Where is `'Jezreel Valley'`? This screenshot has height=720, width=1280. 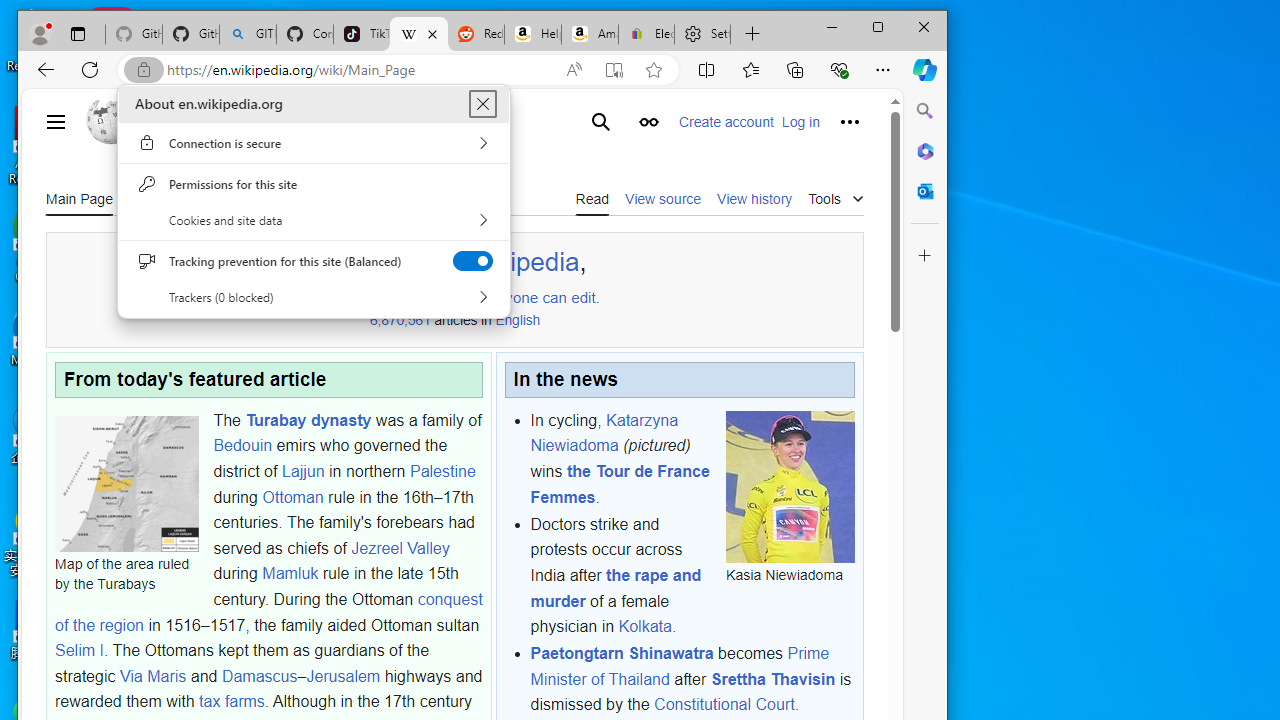 'Jezreel Valley' is located at coordinates (400, 548).